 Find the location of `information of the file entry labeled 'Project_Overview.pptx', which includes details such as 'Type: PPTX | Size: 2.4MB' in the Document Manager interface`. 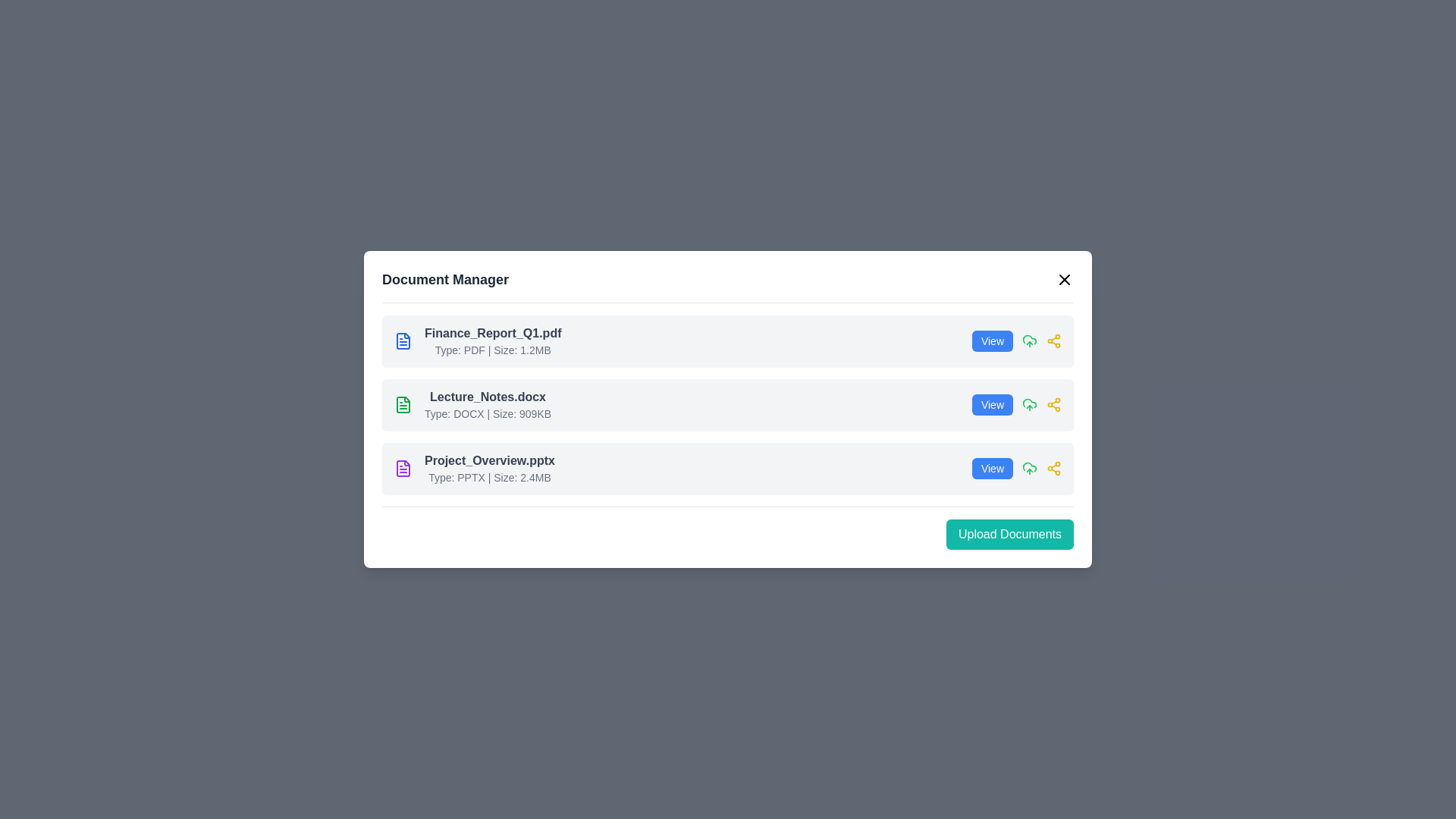

information of the file entry labeled 'Project_Overview.pptx', which includes details such as 'Type: PPTX | Size: 2.4MB' in the Document Manager interface is located at coordinates (473, 467).